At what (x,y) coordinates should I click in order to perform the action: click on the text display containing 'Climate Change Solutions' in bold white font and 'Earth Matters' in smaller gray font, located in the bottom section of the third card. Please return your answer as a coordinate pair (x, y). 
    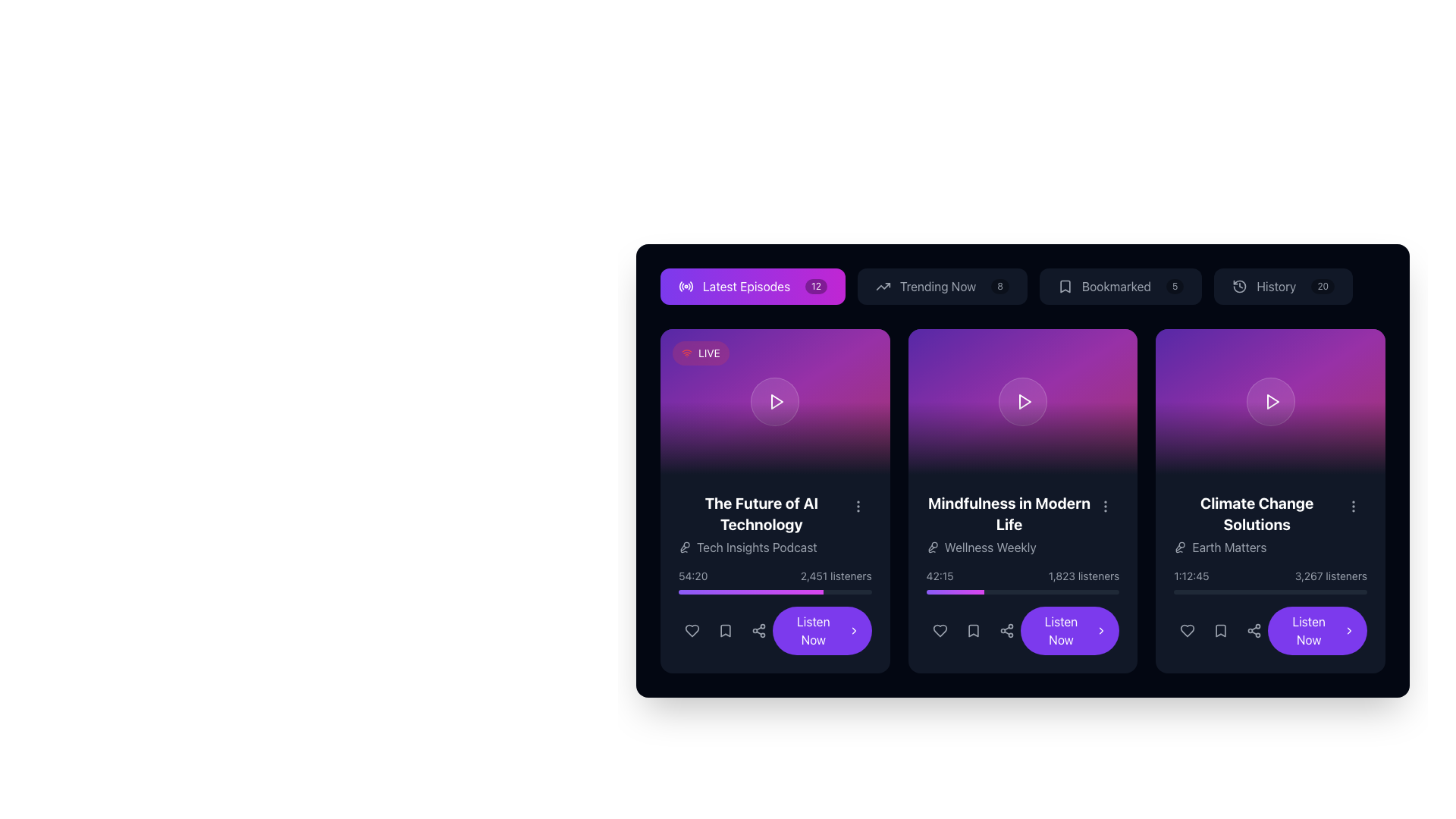
    Looking at the image, I should click on (1270, 523).